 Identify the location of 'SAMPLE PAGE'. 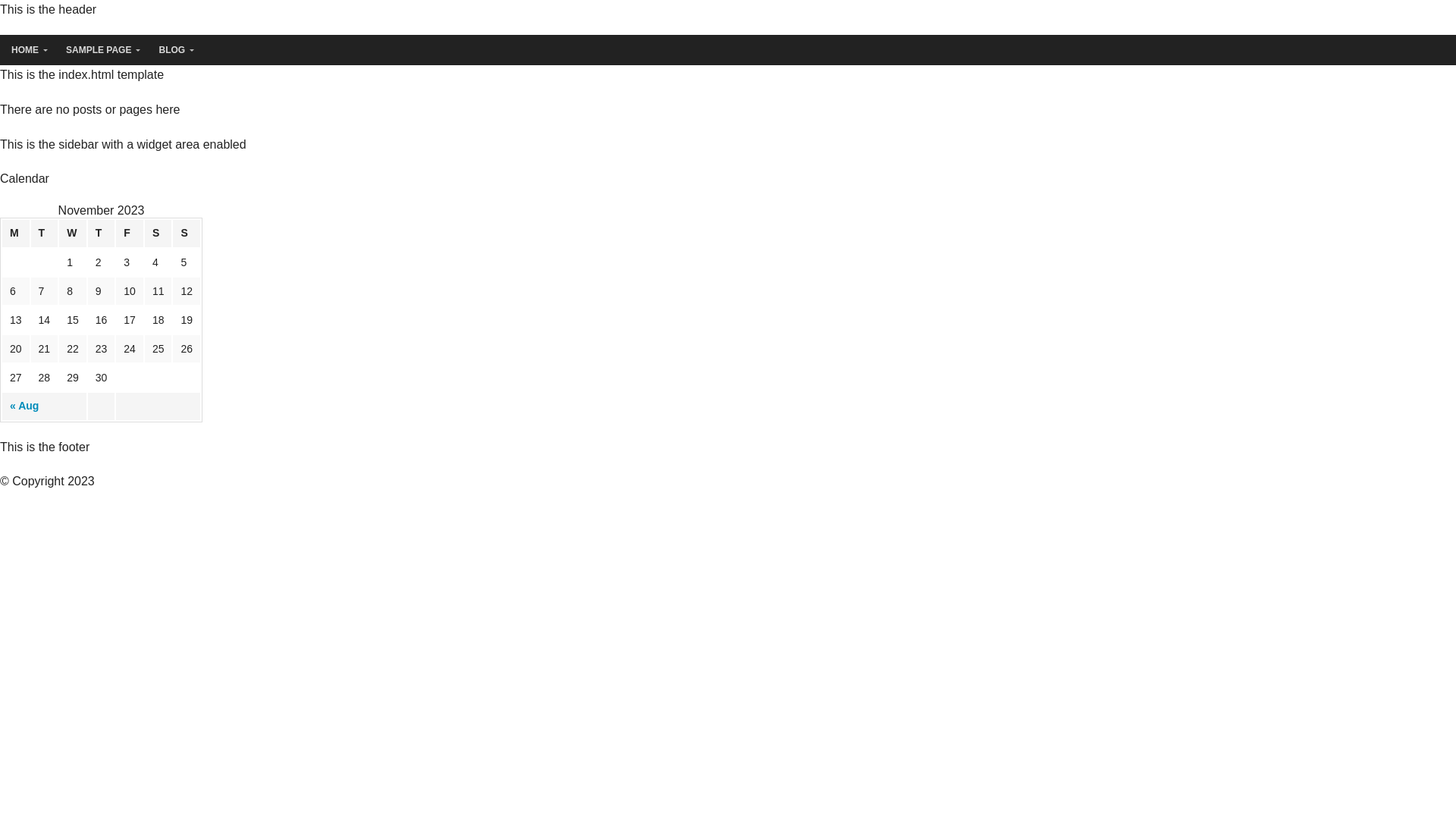
(99, 49).